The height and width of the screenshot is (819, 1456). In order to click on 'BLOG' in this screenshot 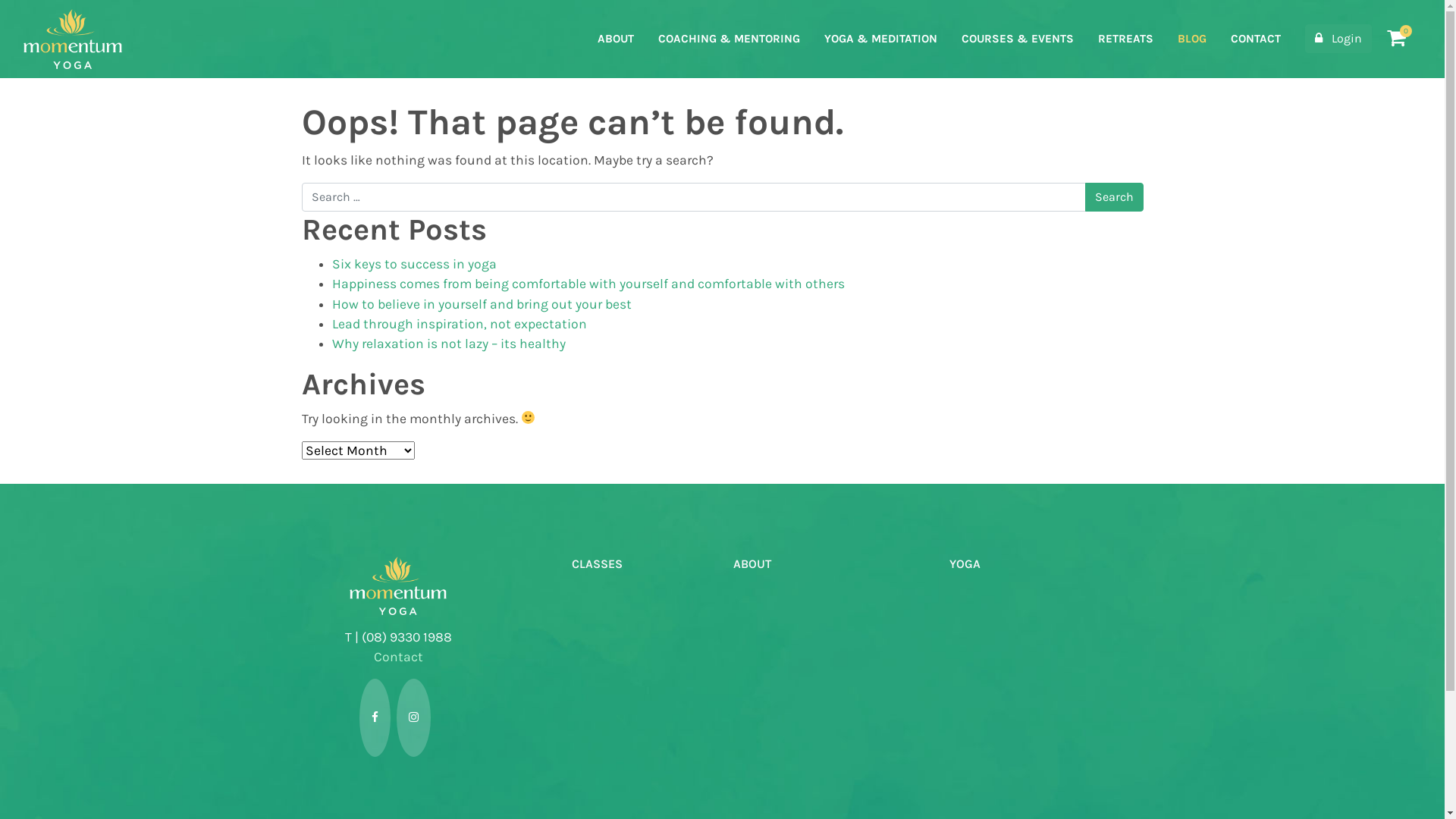, I will do `click(1191, 38)`.